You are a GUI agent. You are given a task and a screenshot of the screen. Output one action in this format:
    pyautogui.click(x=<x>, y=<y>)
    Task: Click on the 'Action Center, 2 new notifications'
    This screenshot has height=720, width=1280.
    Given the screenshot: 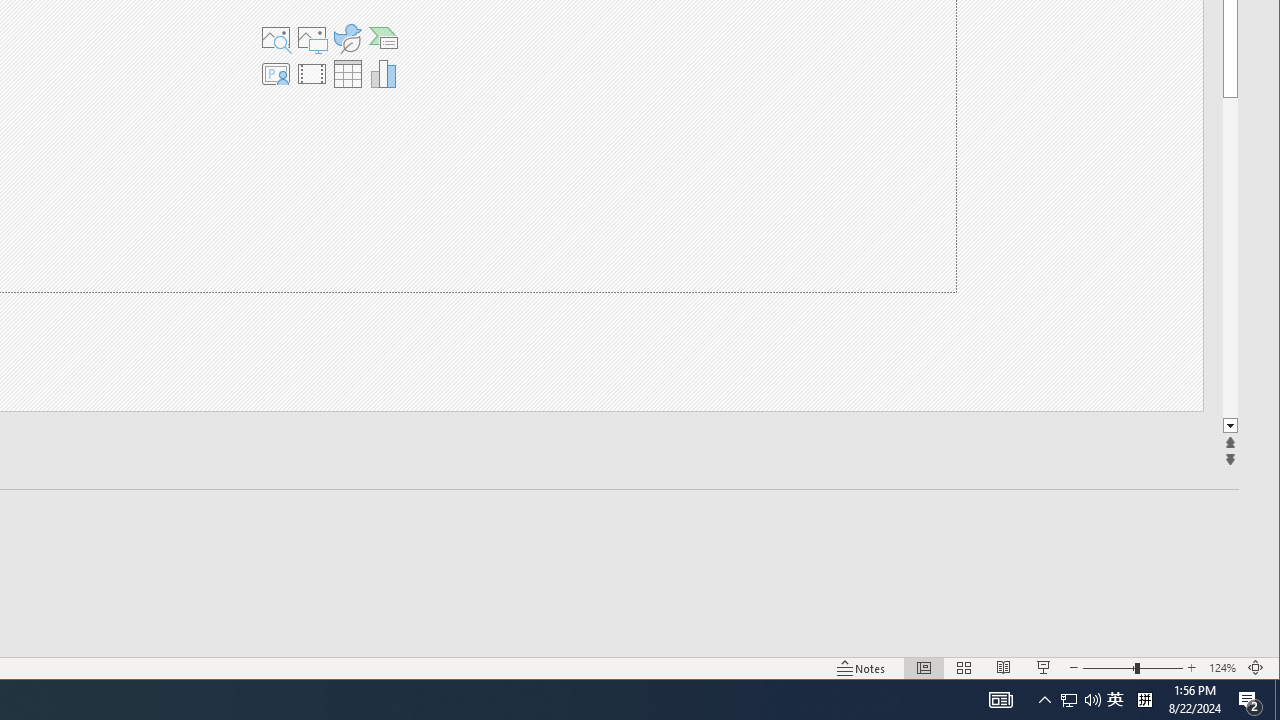 What is the action you would take?
    pyautogui.click(x=1250, y=698)
    